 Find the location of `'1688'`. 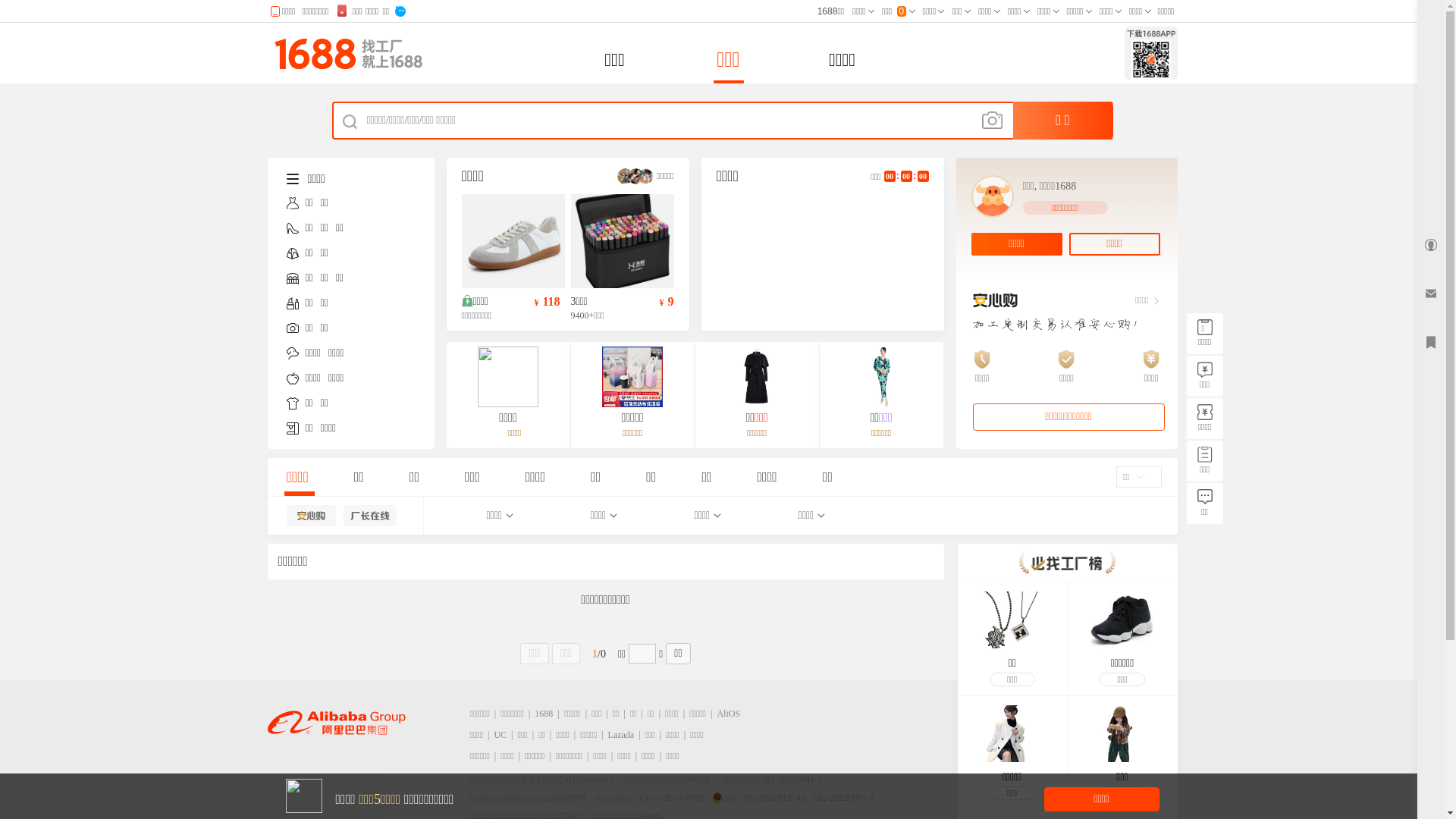

'1688' is located at coordinates (543, 714).